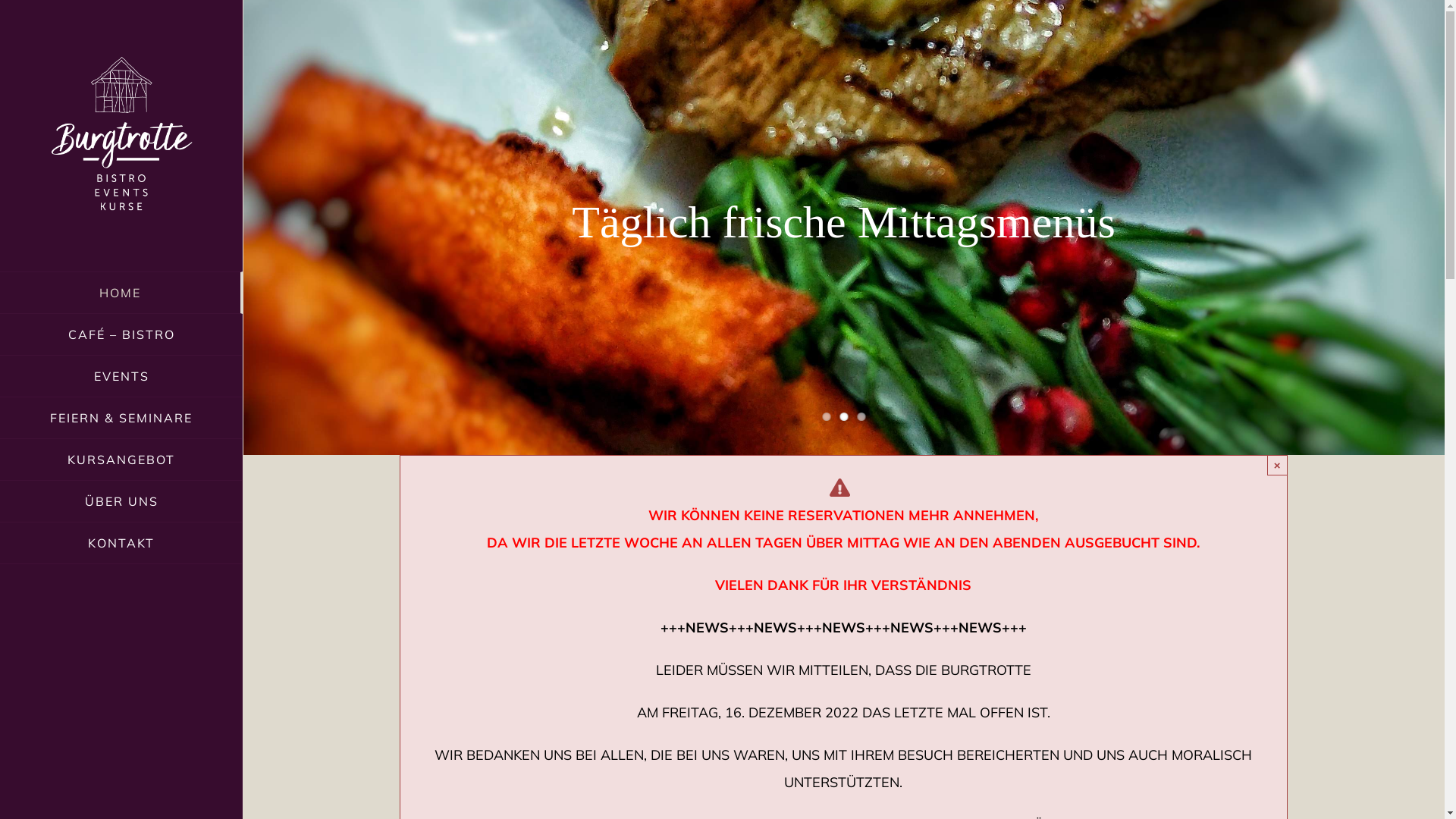  What do you see at coordinates (120, 459) in the screenshot?
I see `'KURSANGEBOT'` at bounding box center [120, 459].